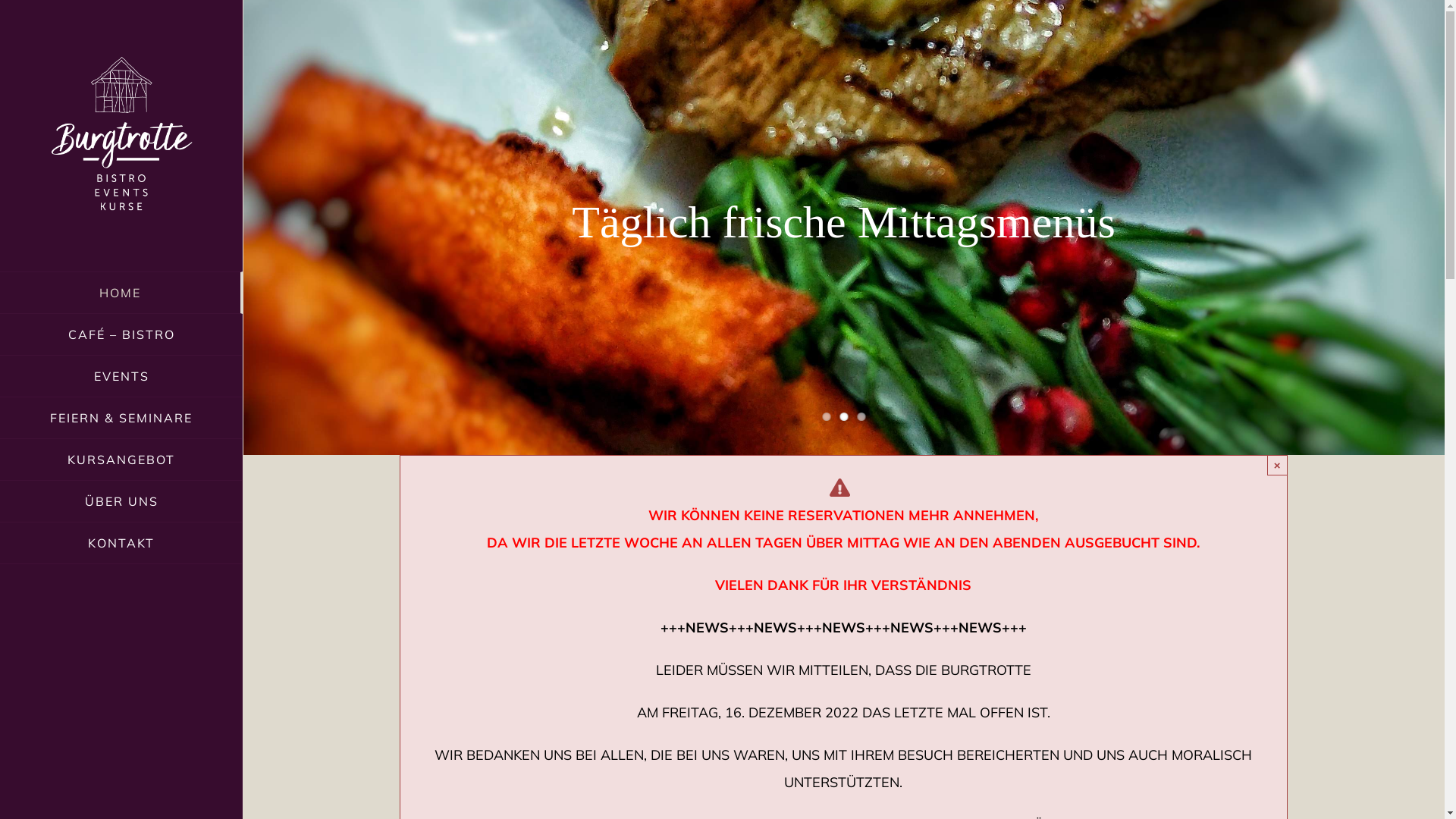  What do you see at coordinates (120, 459) in the screenshot?
I see `'KURSANGEBOT'` at bounding box center [120, 459].